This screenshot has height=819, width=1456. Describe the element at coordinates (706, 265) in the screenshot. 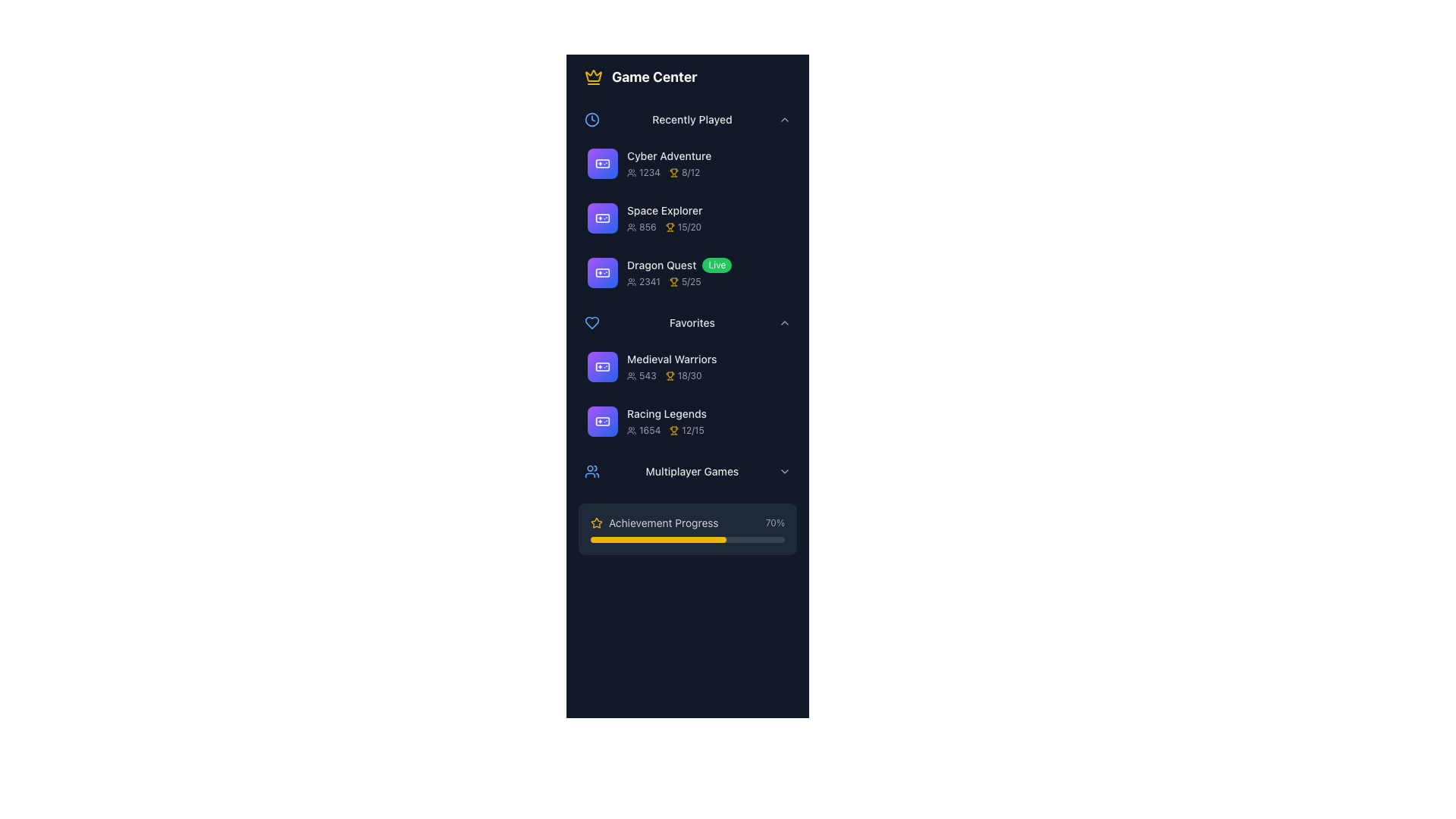

I see `the 'Dragon Quest' label group with the 'Live' badge, which is styled in medium gray and features a green badge with white text, located in the third row of the 'Recently Played' section in the 'Game Center' interface` at that location.